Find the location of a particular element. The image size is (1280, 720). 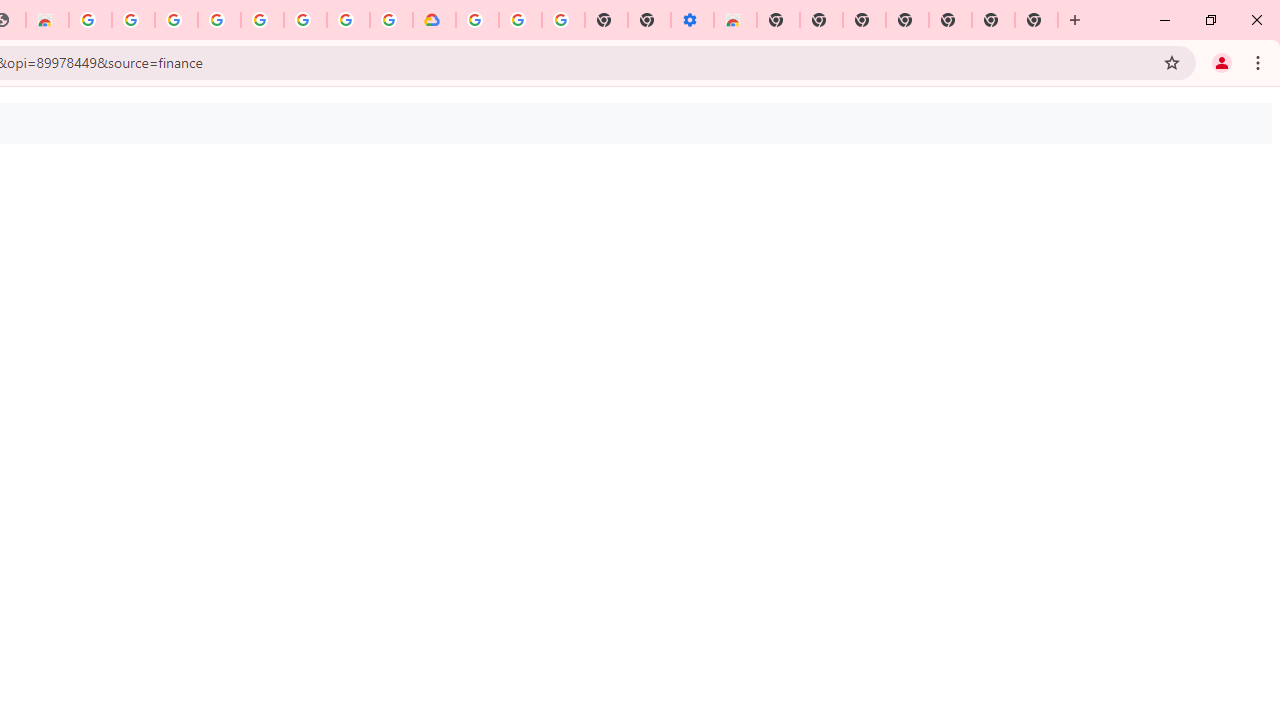

'Settings - Accessibility' is located at coordinates (692, 20).